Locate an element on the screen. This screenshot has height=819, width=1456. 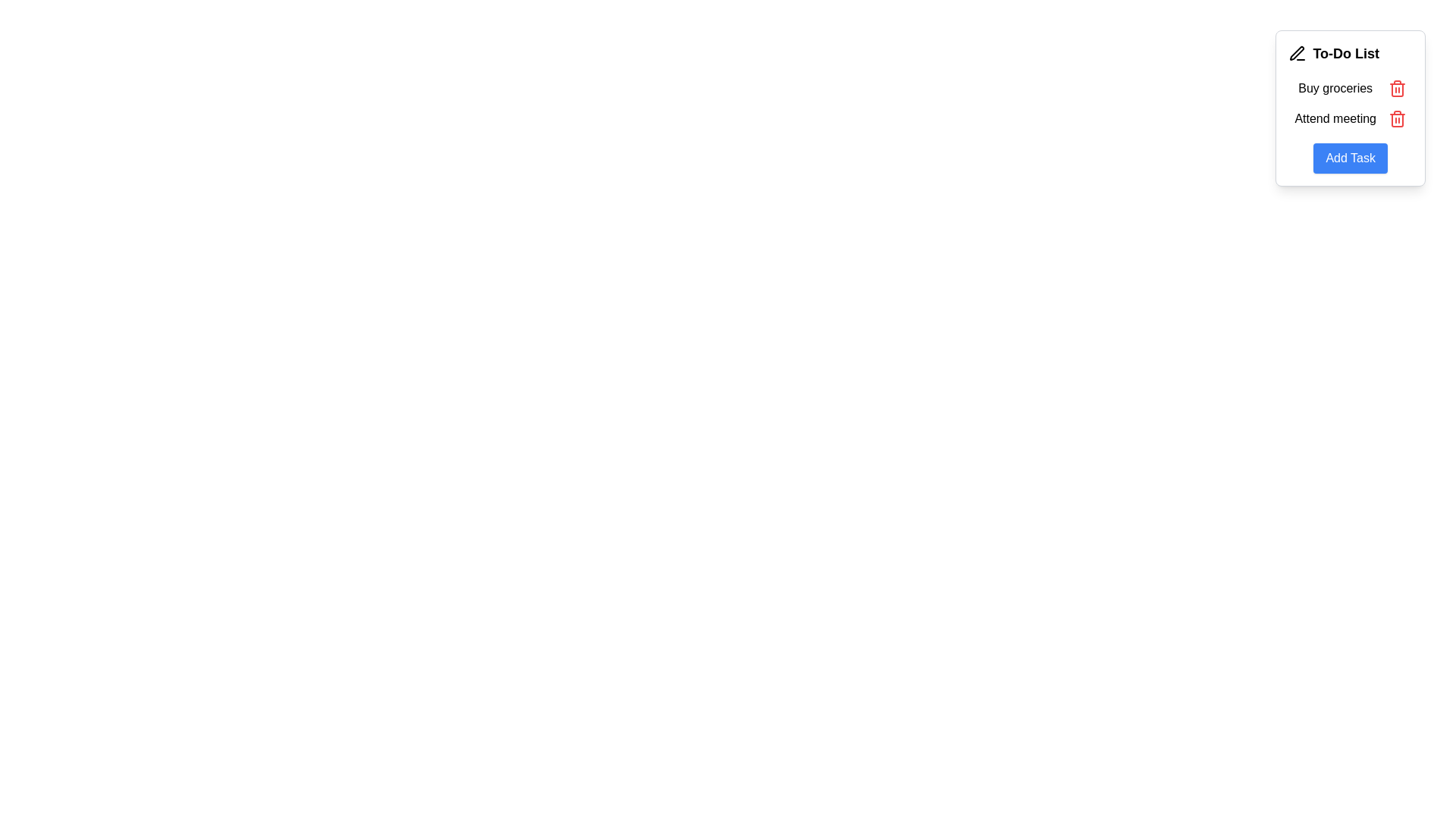
the 'Attend meeting' list item, which includes a text label and a trash icon is located at coordinates (1351, 118).